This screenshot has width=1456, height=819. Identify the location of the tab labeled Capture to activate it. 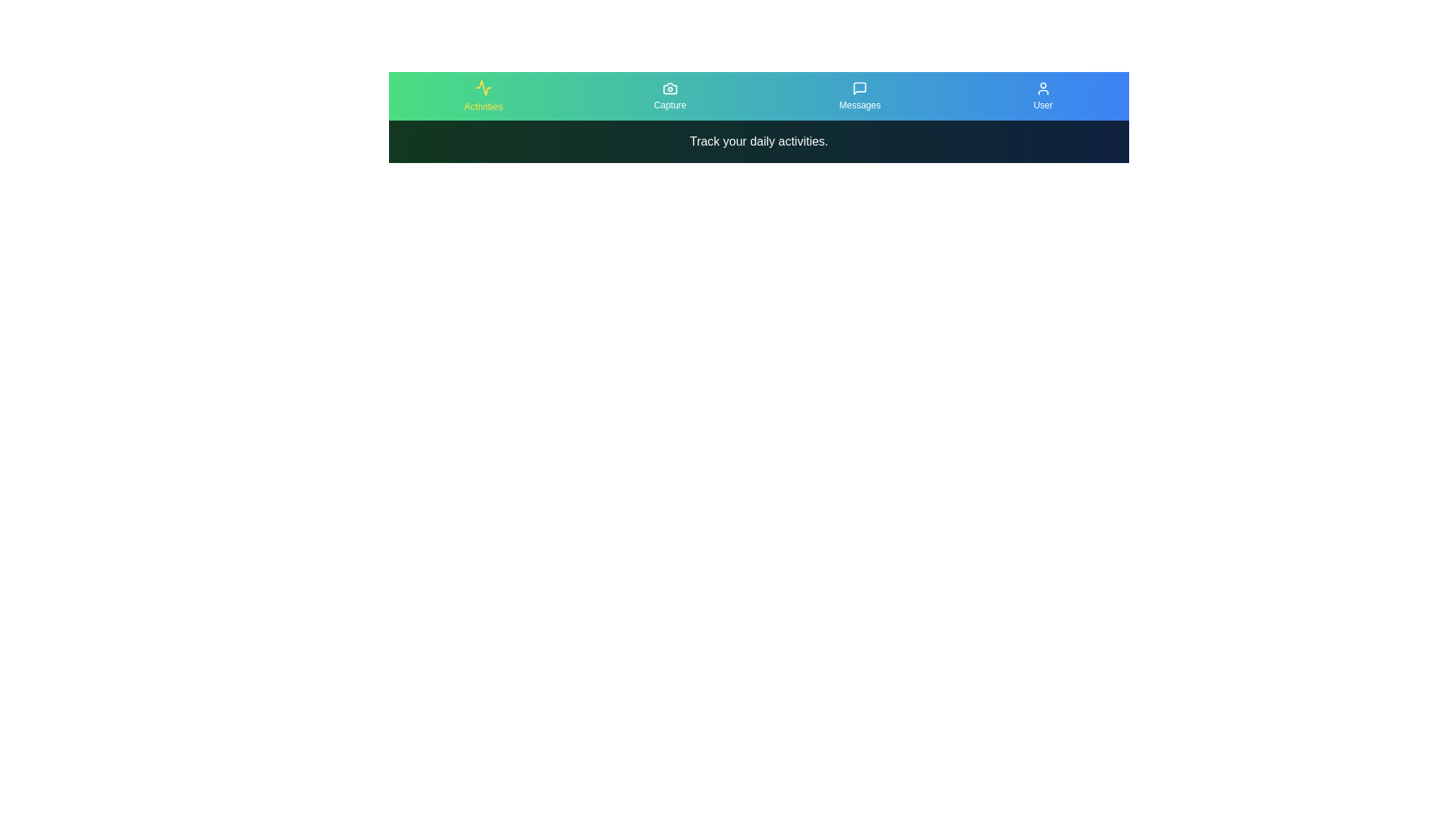
(669, 96).